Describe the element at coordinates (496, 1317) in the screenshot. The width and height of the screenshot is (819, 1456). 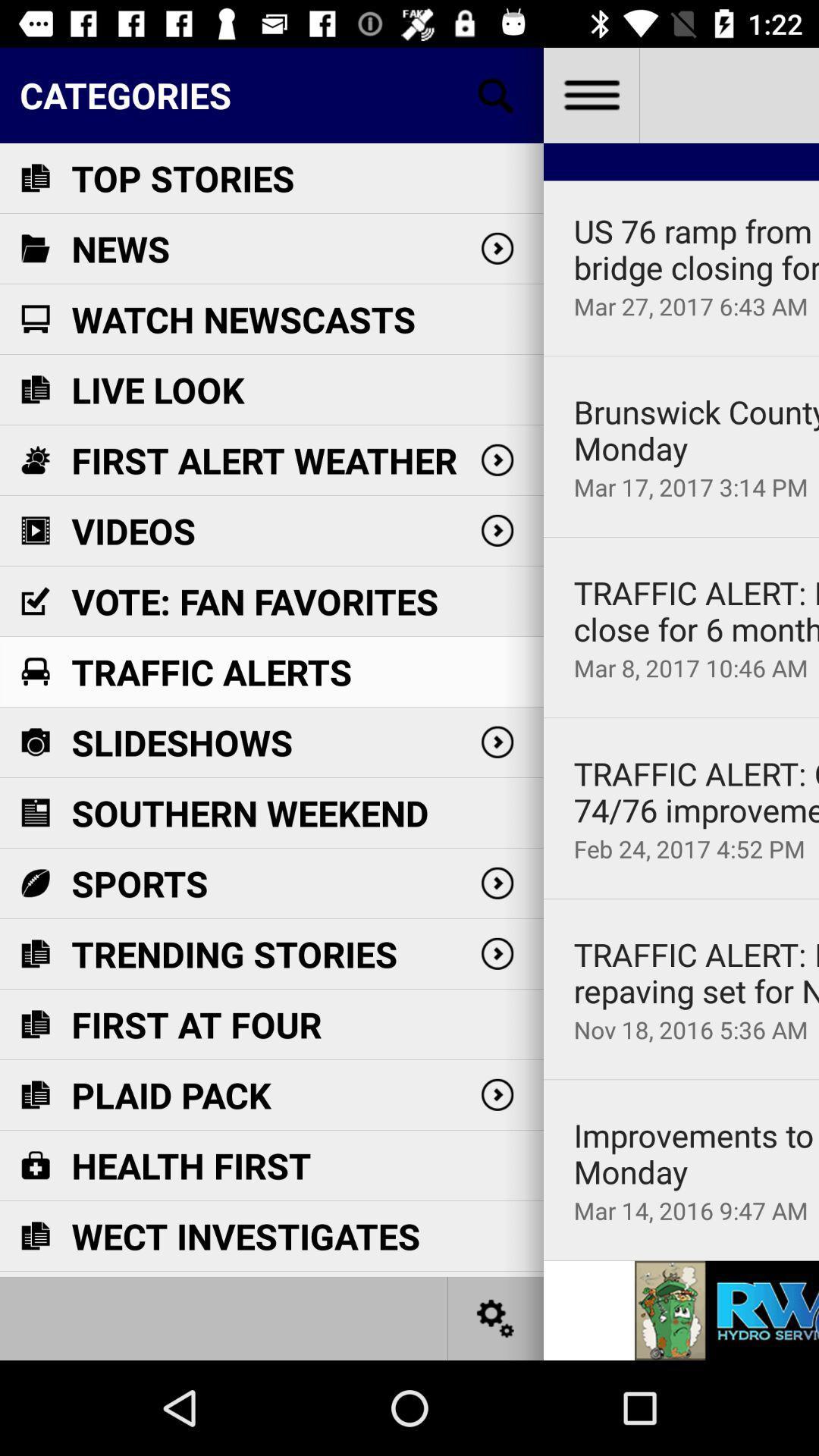
I see `the settings icon` at that location.